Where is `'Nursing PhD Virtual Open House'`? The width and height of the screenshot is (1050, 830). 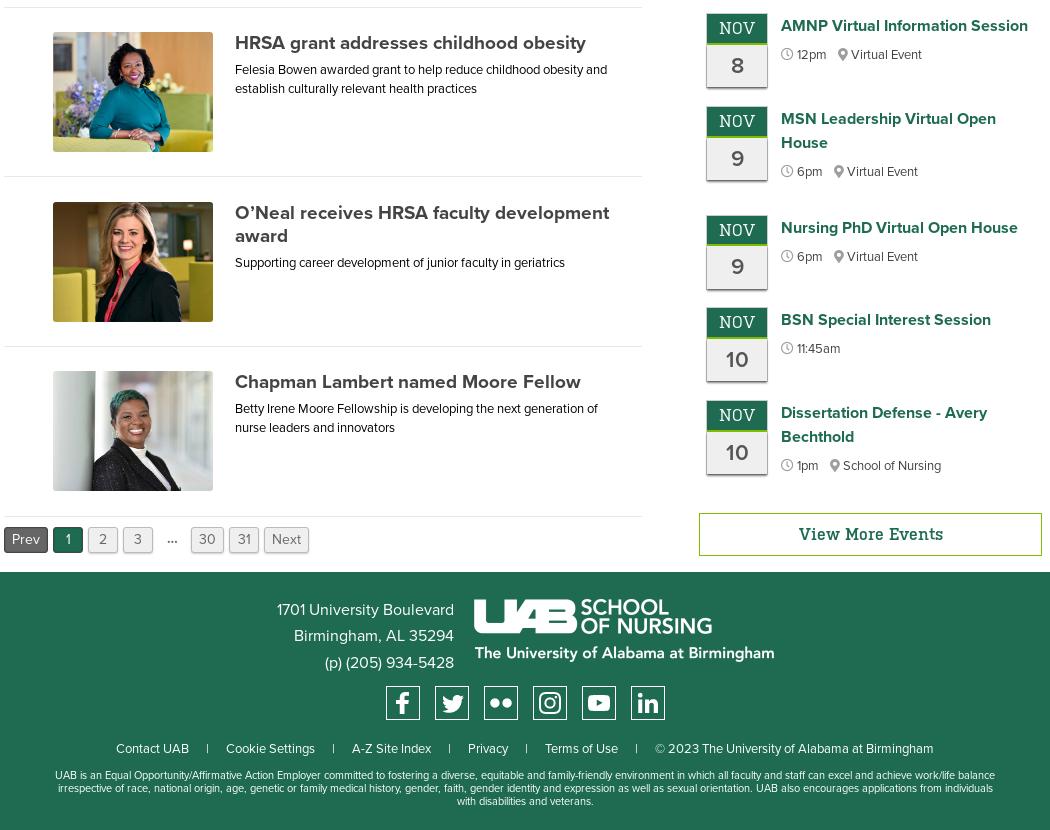
'Nursing PhD Virtual Open House' is located at coordinates (898, 226).